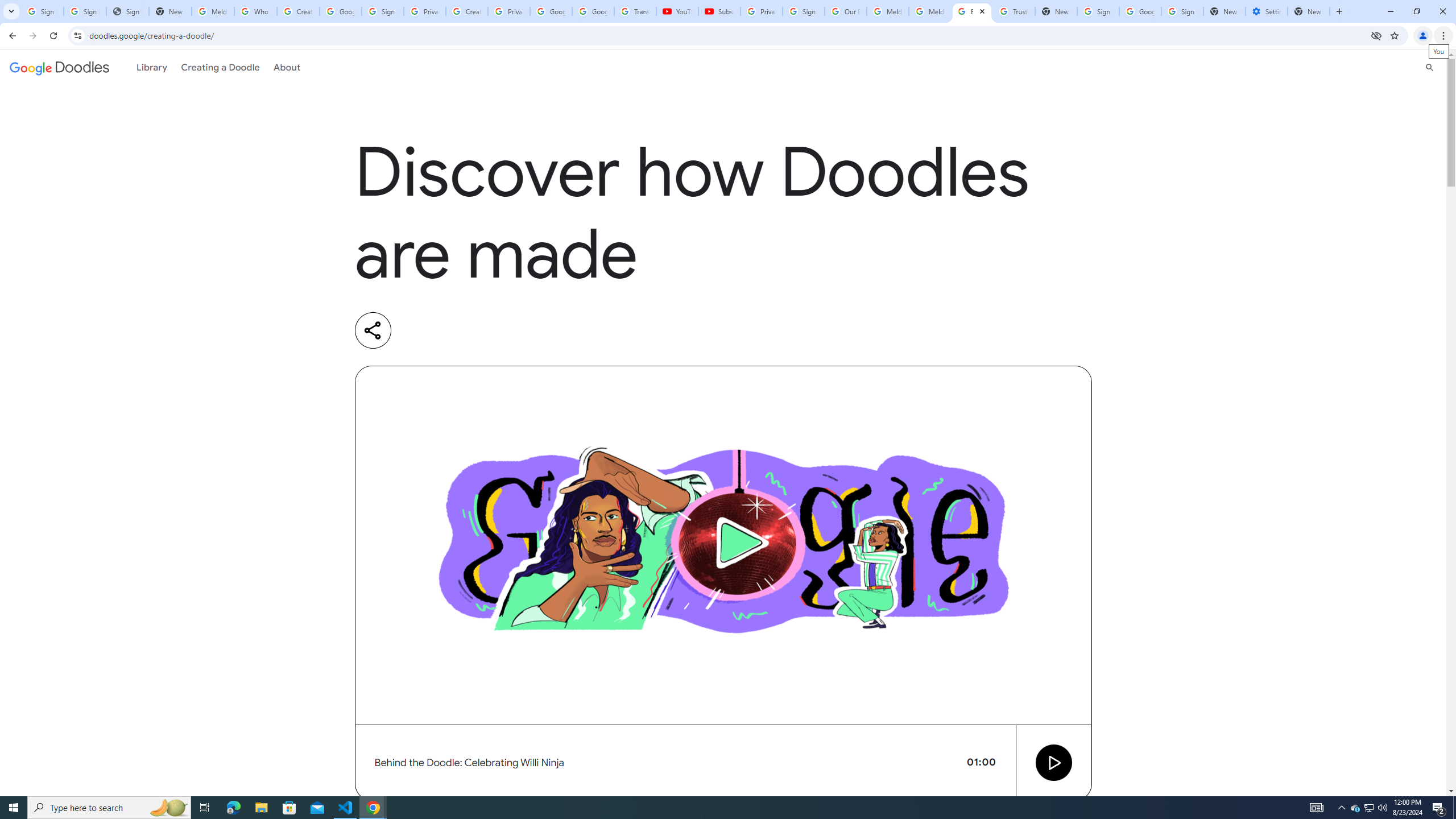 The height and width of the screenshot is (819, 1456). I want to click on 'Sign in - Google Accounts', so click(84, 11).